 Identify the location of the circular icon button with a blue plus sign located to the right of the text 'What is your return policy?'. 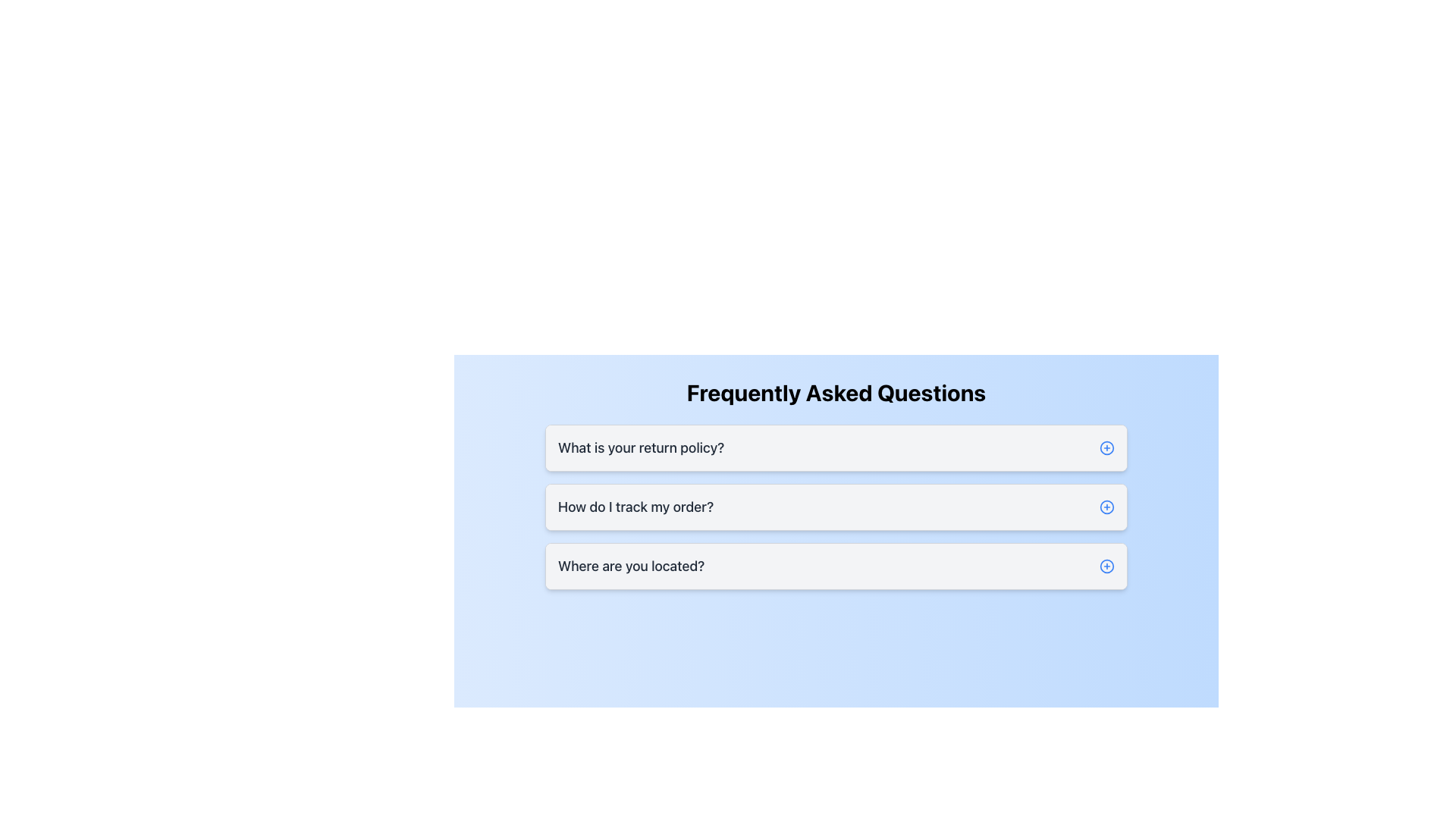
(1106, 447).